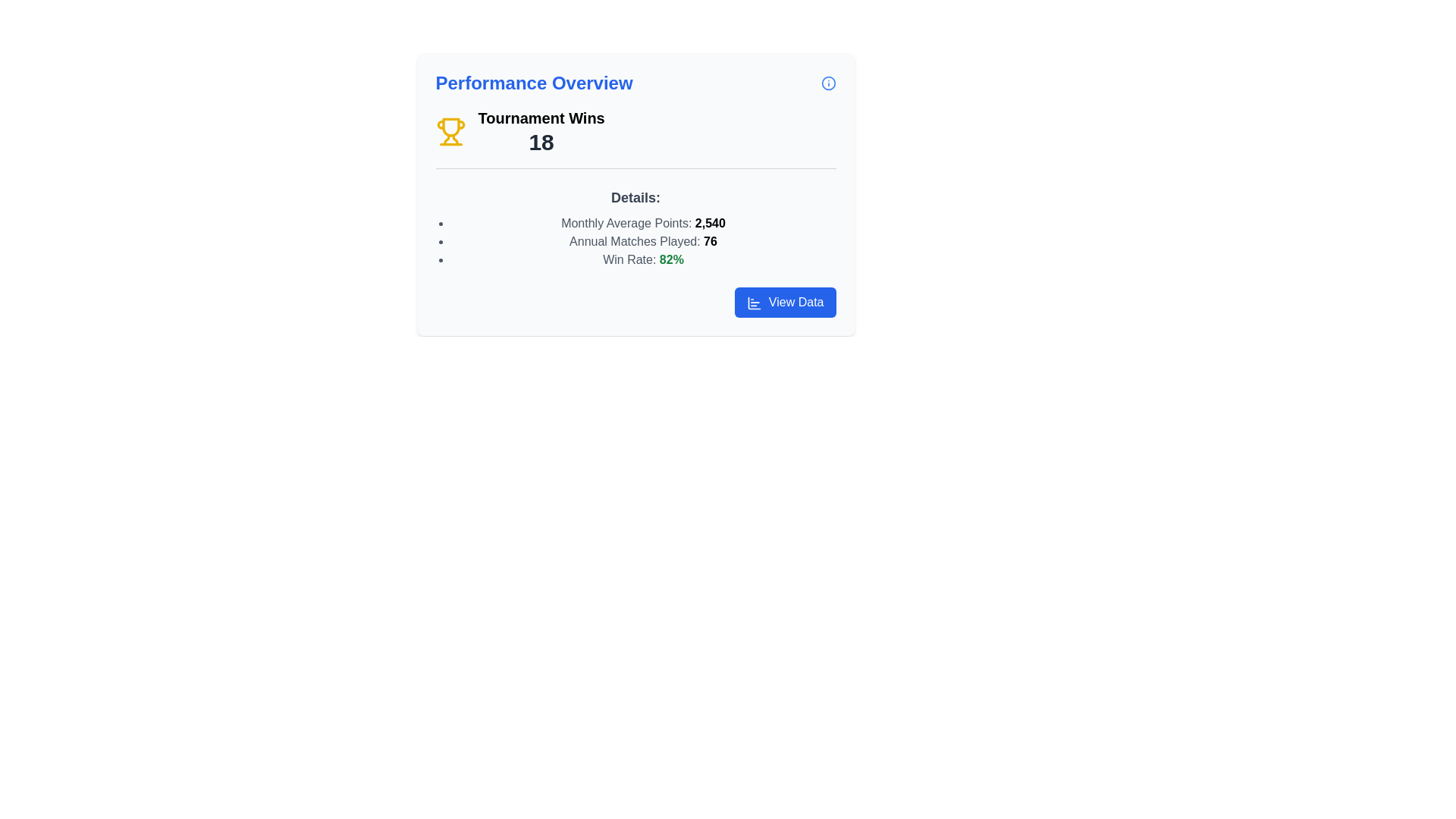  I want to click on the text display element showing '82%' in green bold font, located under the 'Win Rate:' label within the 'Performance Overview' card, so click(670, 259).